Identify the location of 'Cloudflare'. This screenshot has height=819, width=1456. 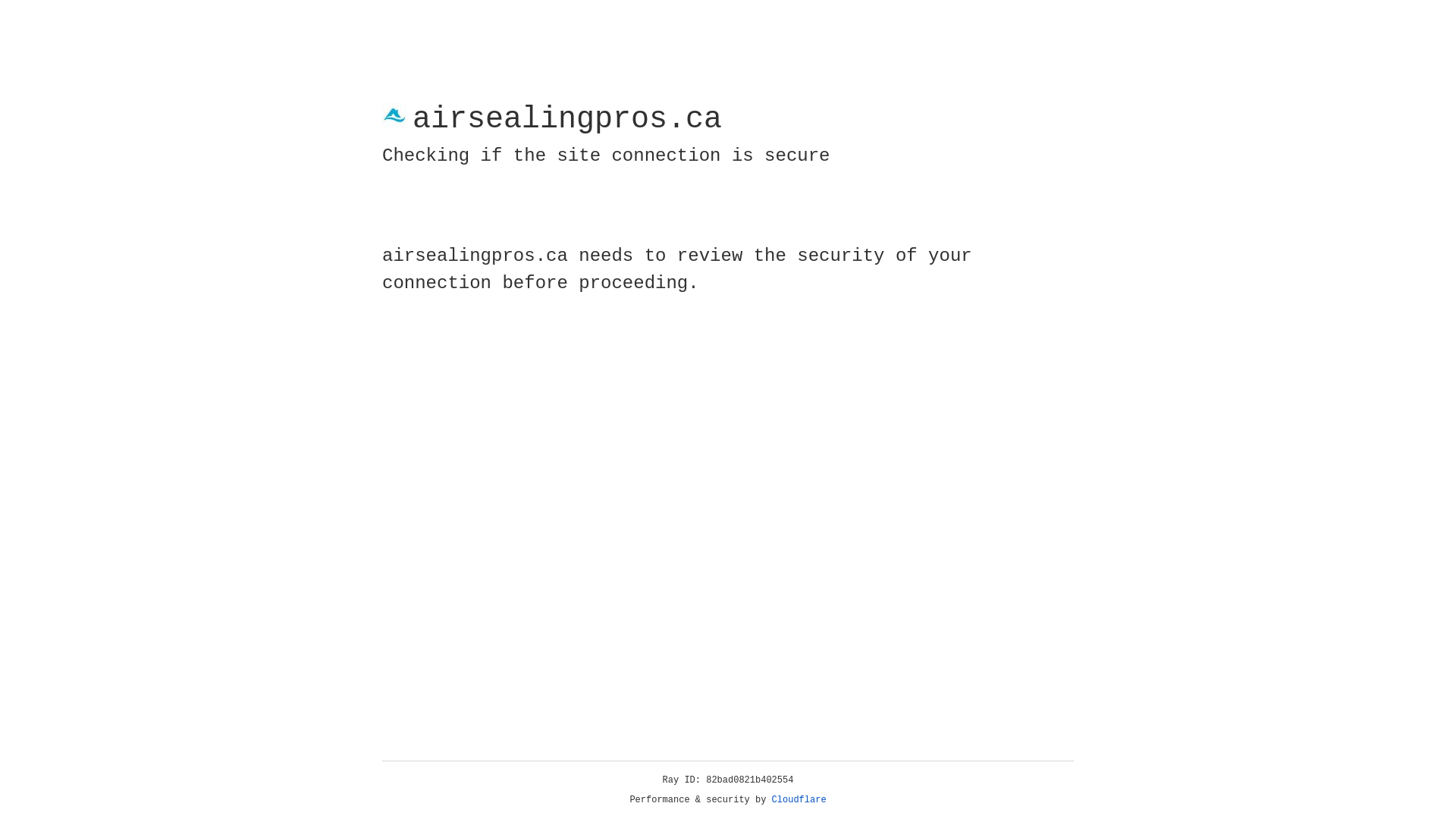
(799, 799).